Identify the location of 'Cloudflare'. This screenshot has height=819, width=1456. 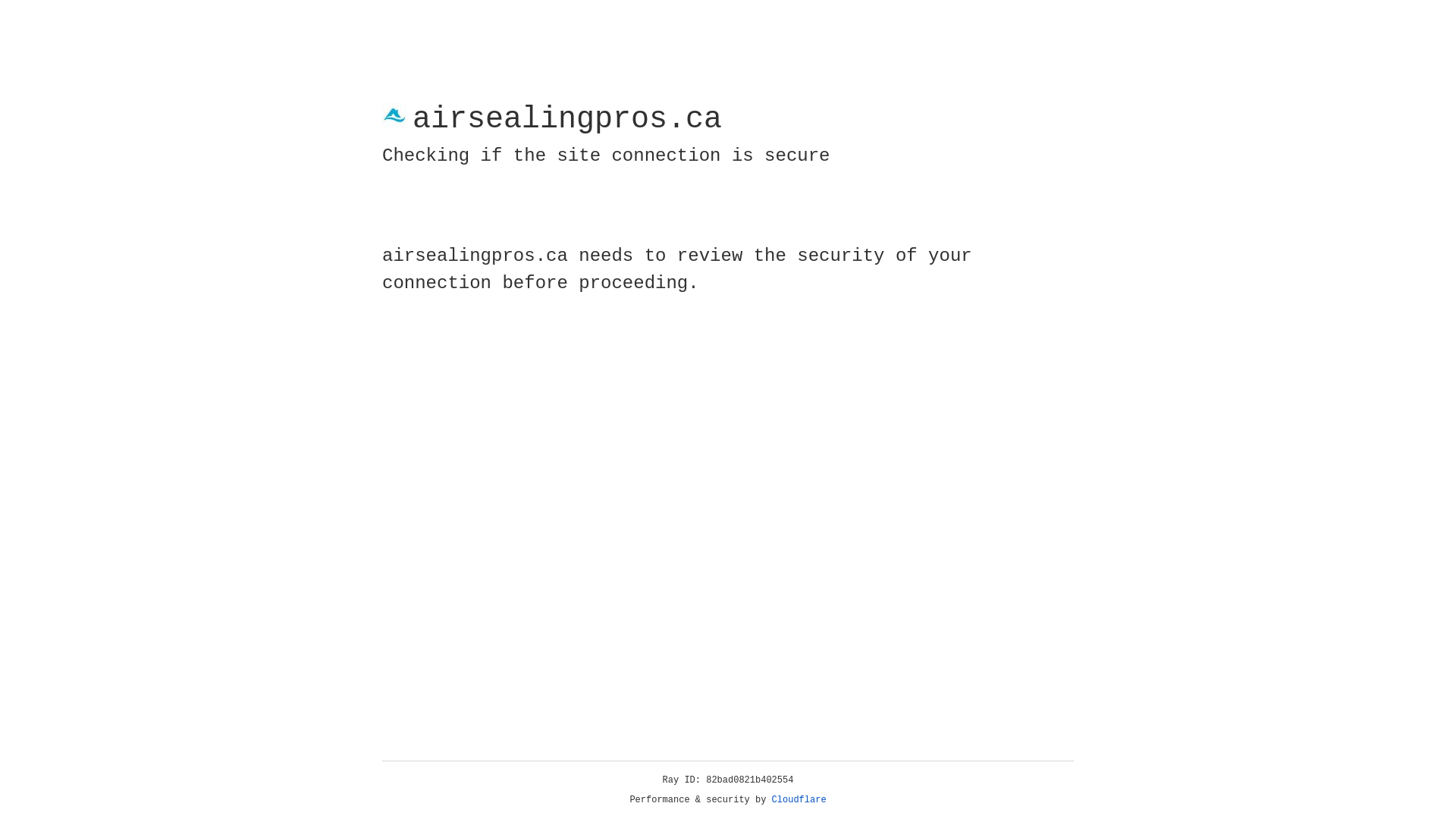
(799, 799).